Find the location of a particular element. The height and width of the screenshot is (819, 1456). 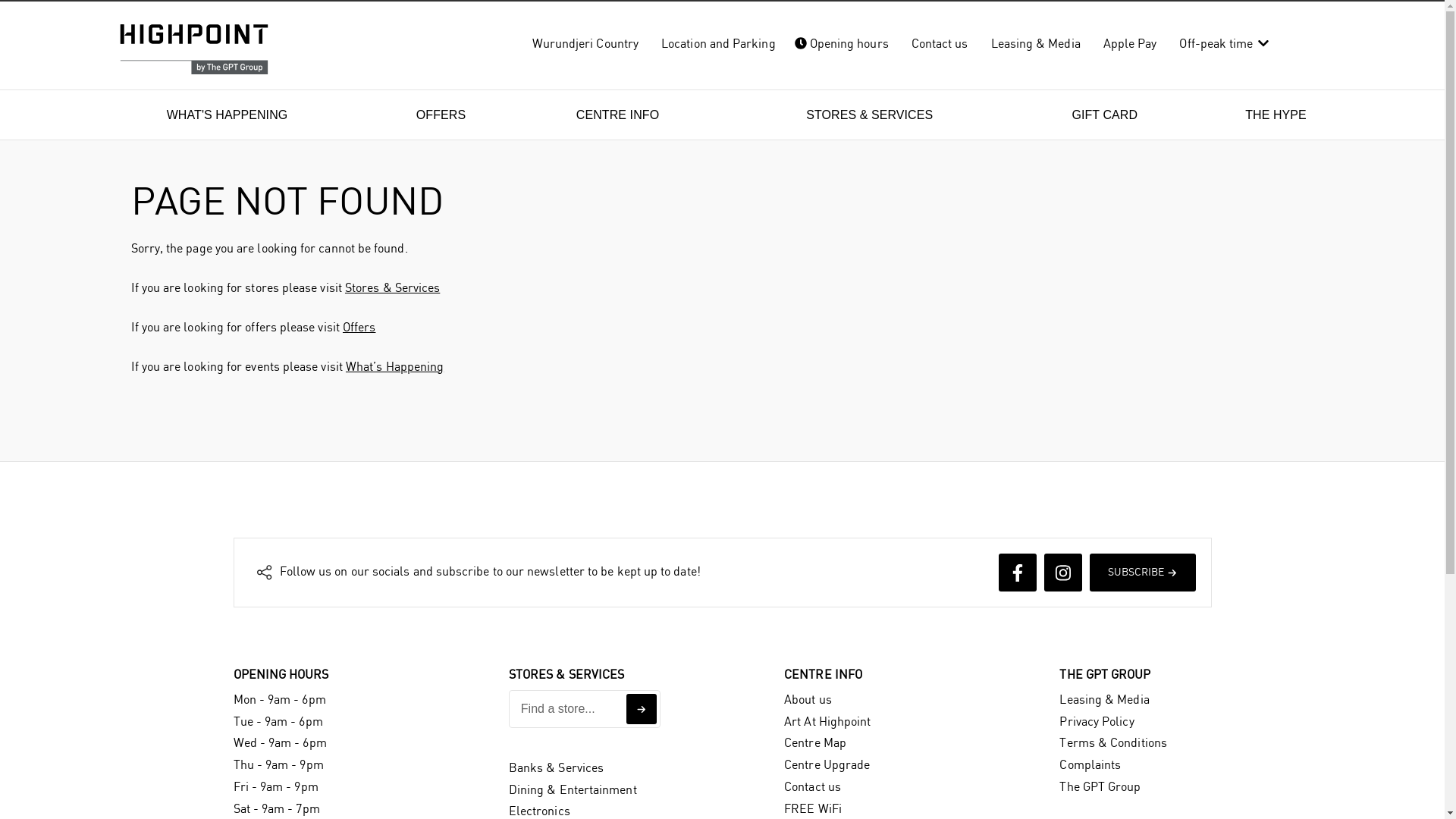

'OFFERS' is located at coordinates (440, 113).